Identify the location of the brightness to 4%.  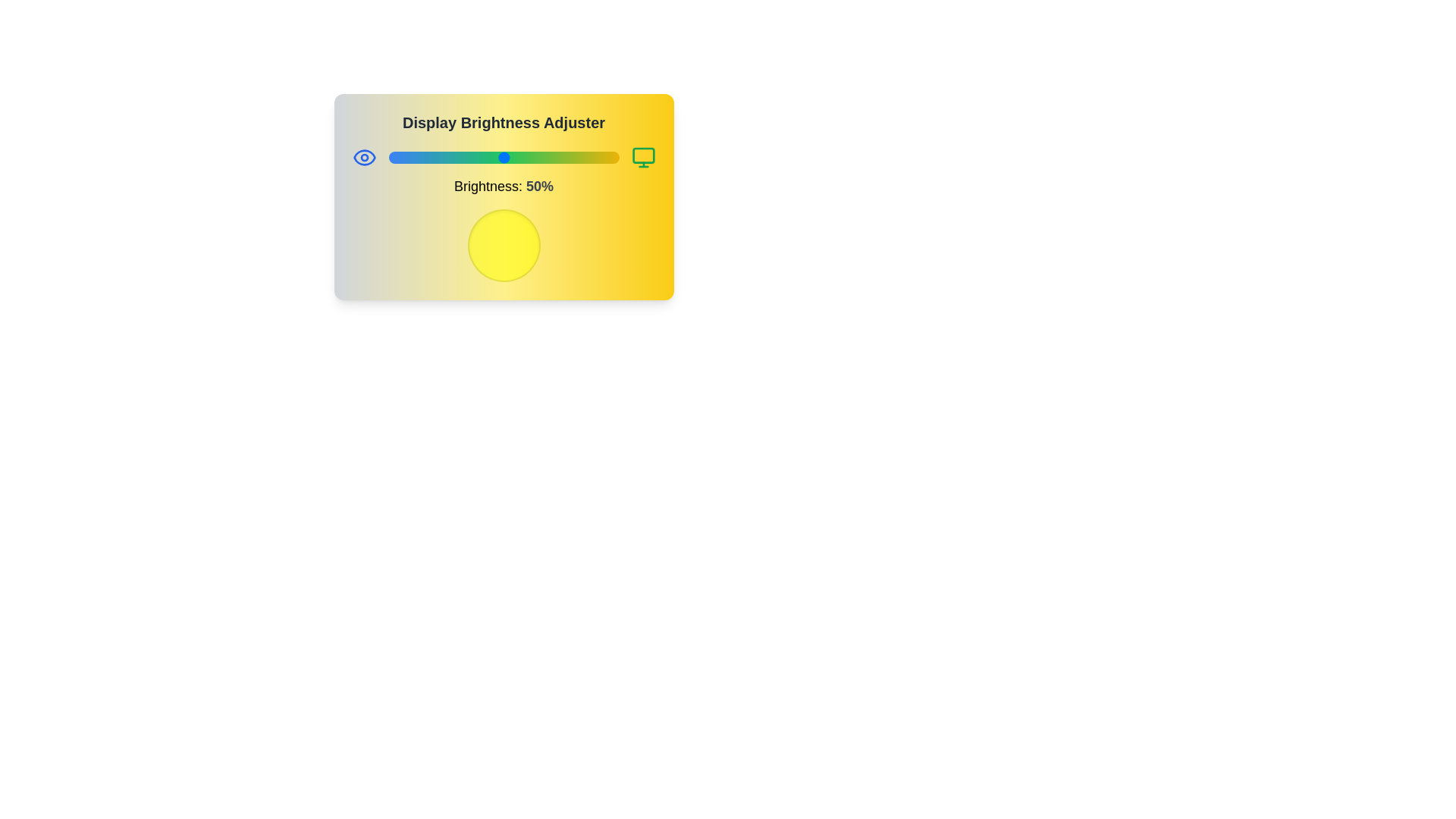
(397, 158).